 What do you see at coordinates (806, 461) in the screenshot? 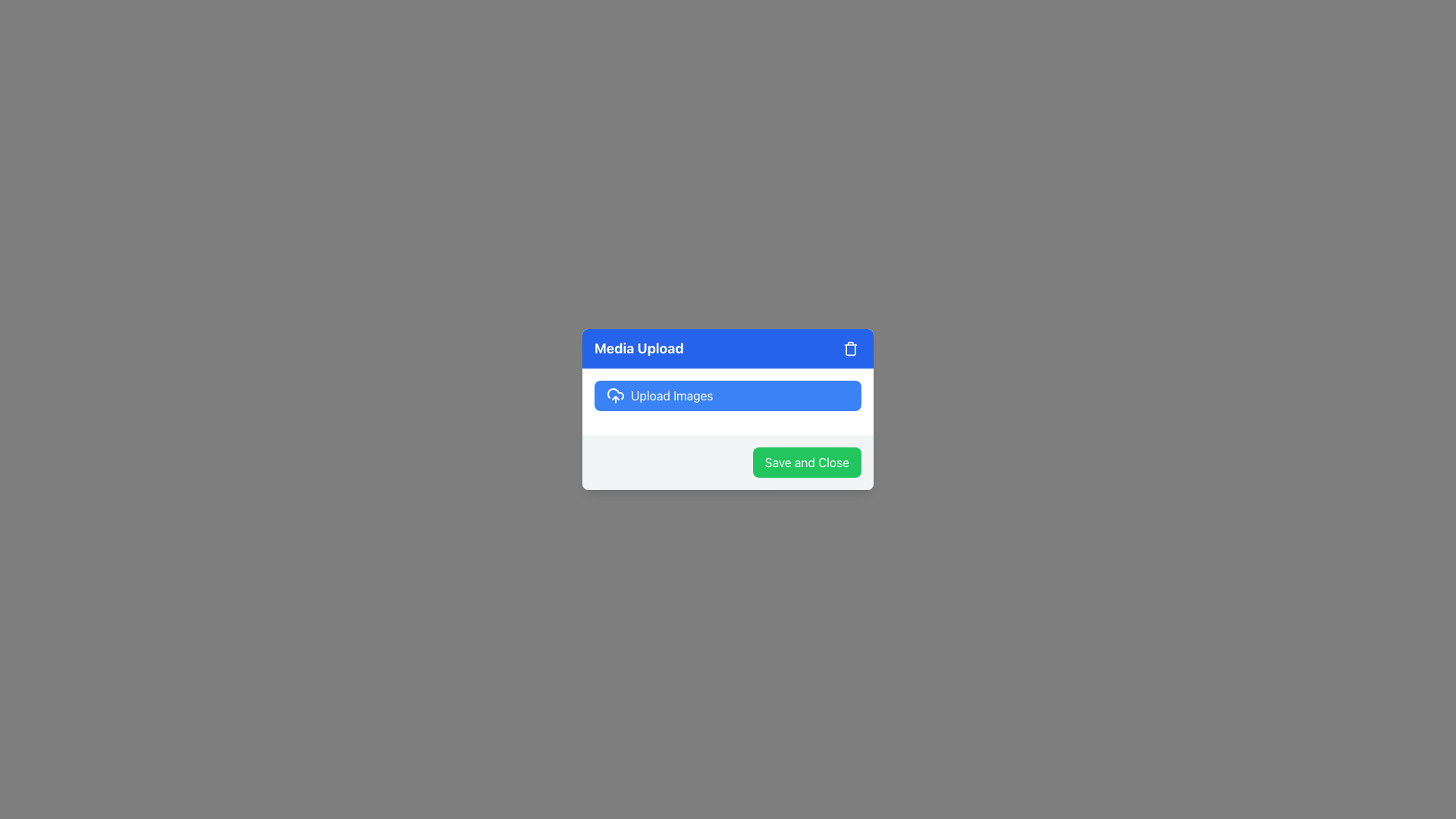
I see `the confirm button located at the bottom right corner of the 'Media Upload' interface` at bounding box center [806, 461].